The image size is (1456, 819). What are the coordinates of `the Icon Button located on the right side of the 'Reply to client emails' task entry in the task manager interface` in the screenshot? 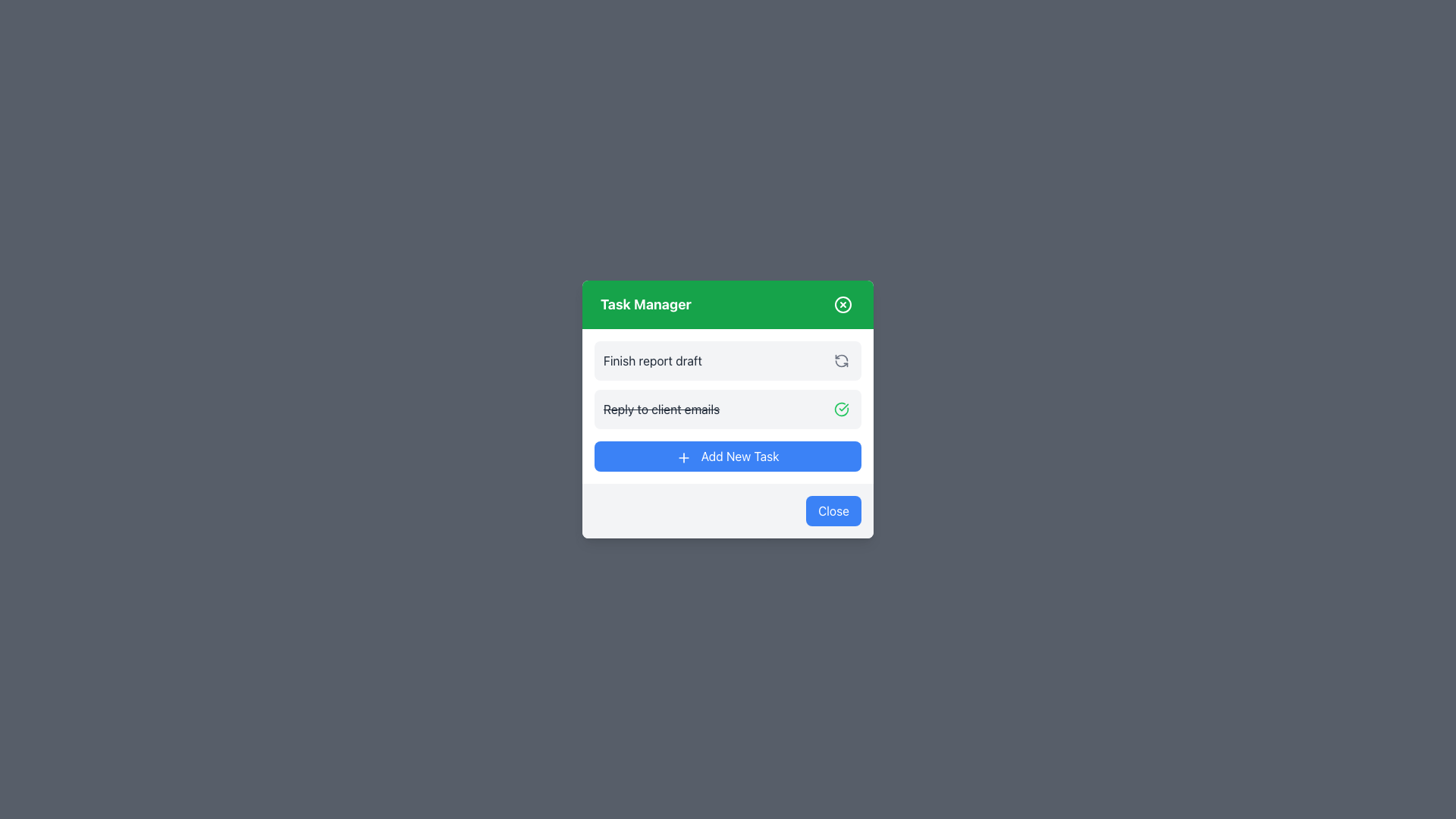 It's located at (840, 409).